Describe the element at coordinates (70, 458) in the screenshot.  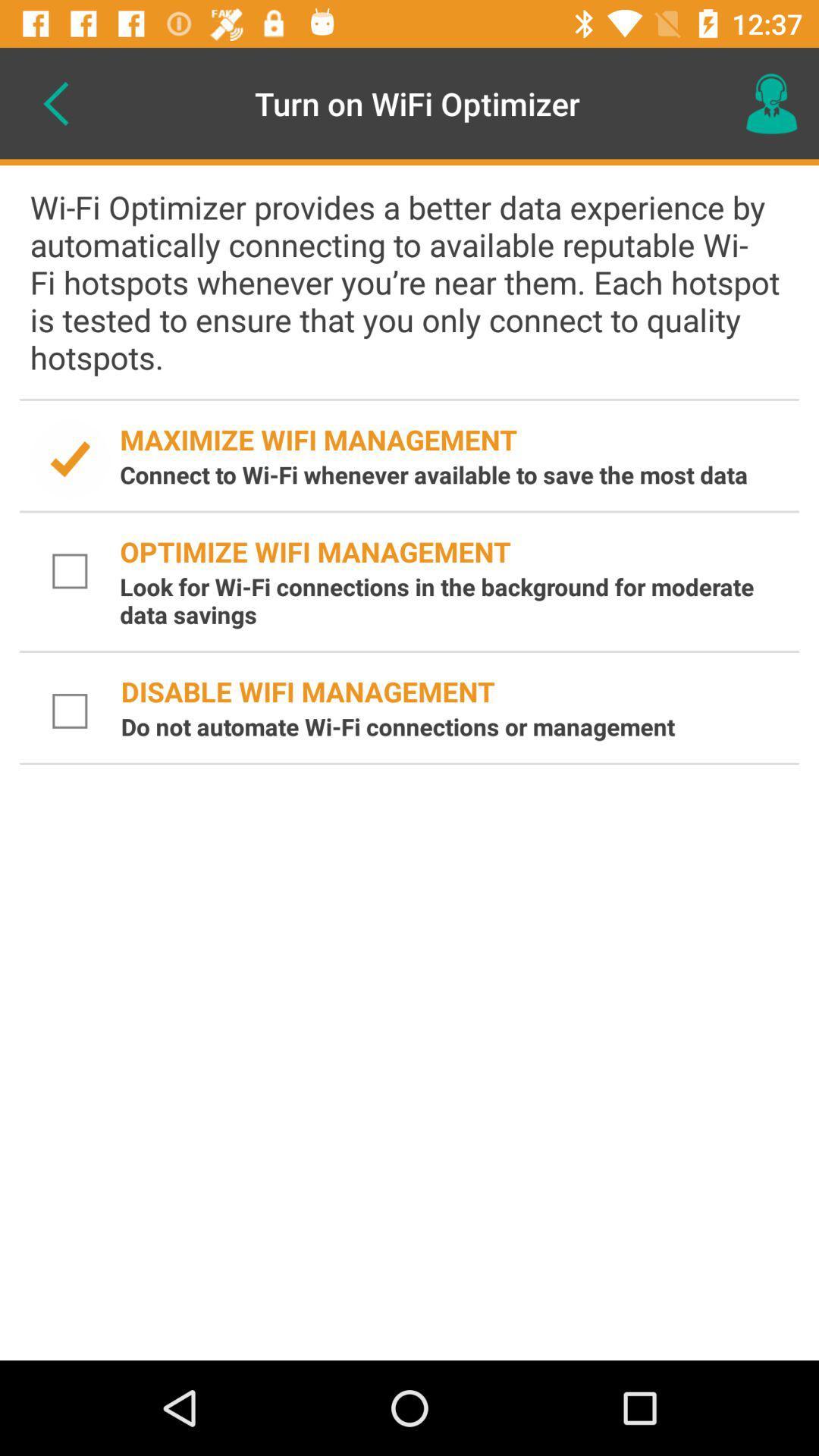
I see `first box` at that location.